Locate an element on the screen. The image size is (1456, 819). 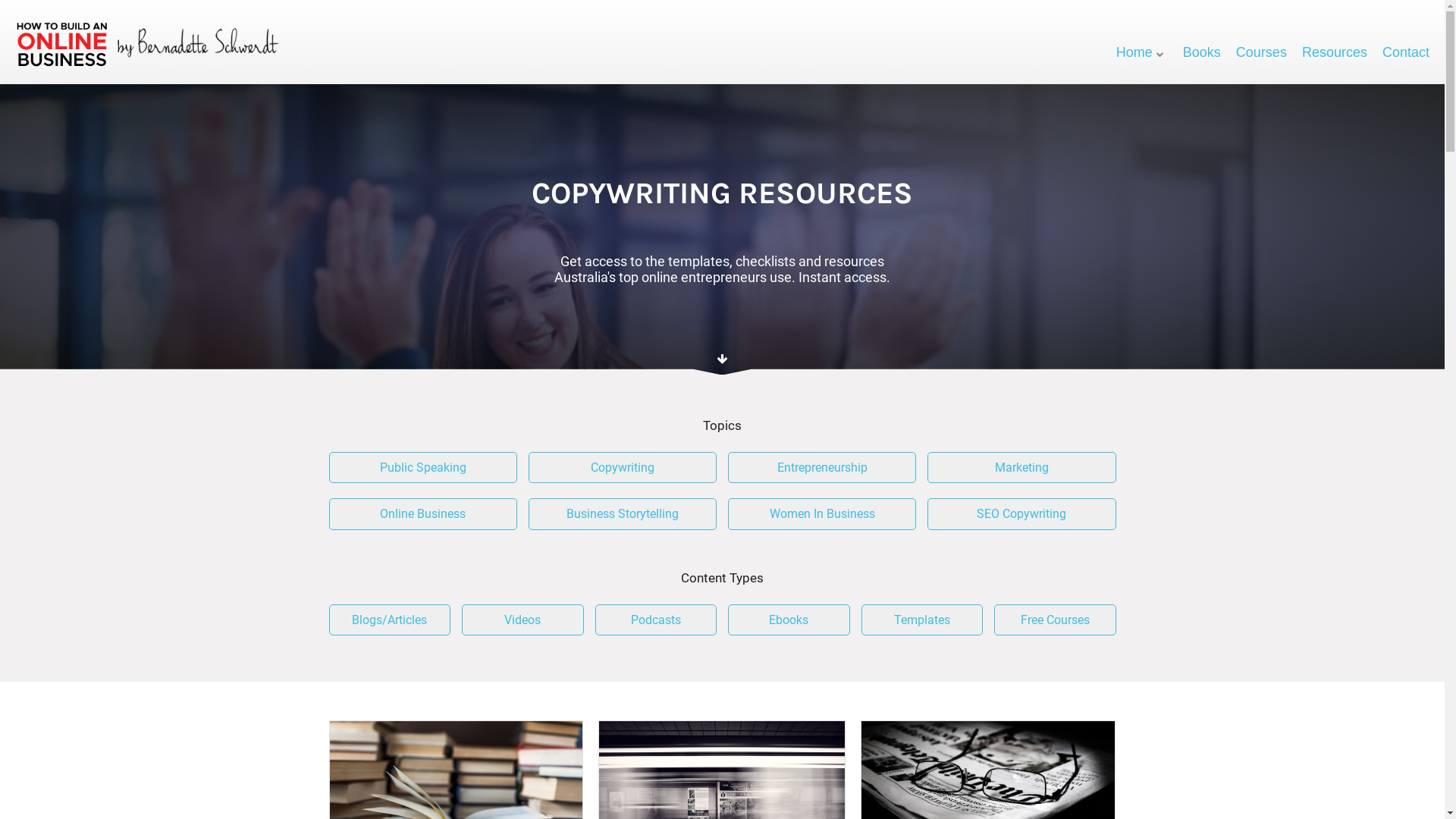
'Ebooks' is located at coordinates (789, 620).